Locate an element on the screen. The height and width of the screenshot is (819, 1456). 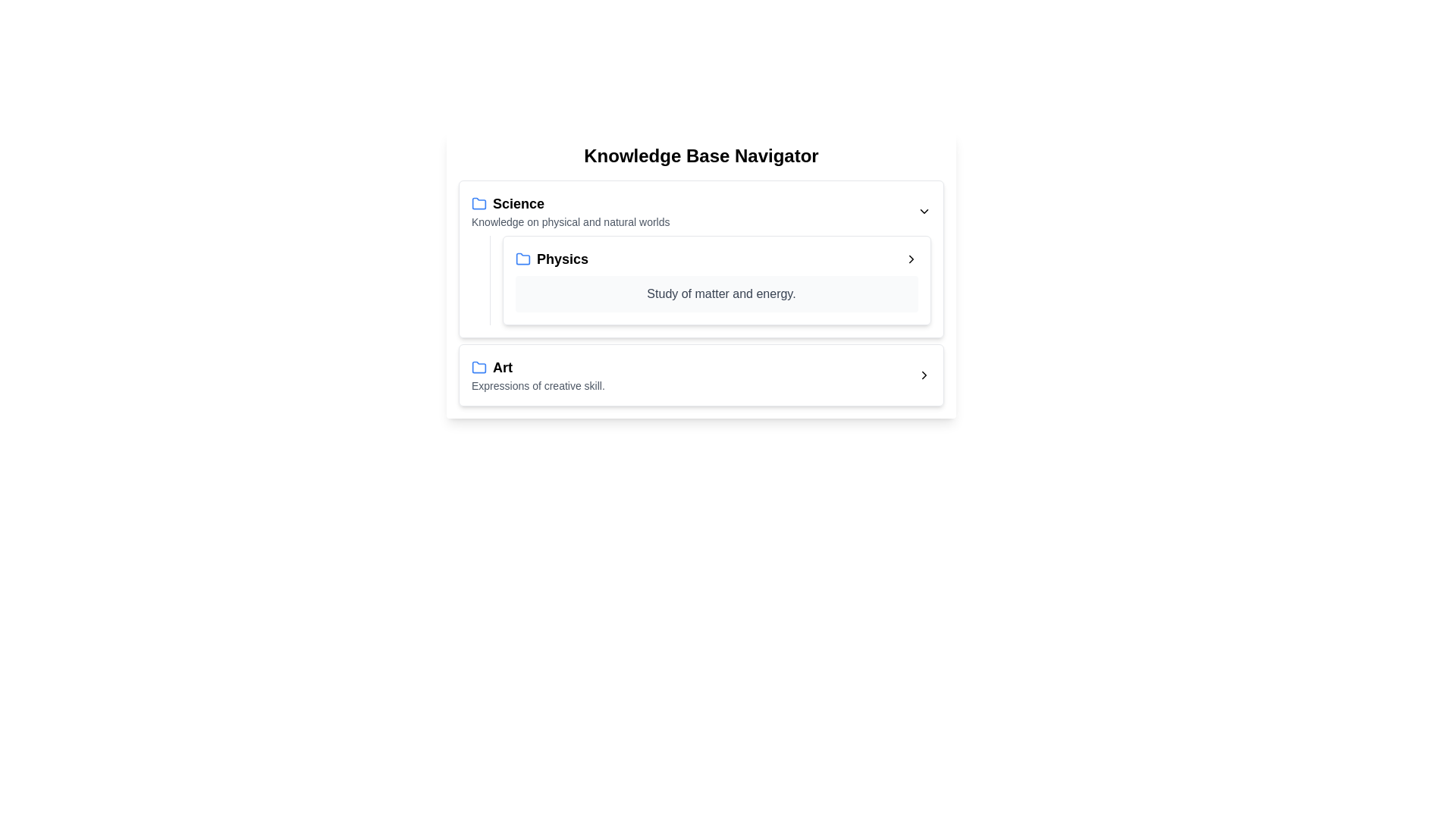
the descriptive text label that provides context about the 'Science' category, positioned below the 'Science' heading and adjacent to the folder icon is located at coordinates (570, 222).